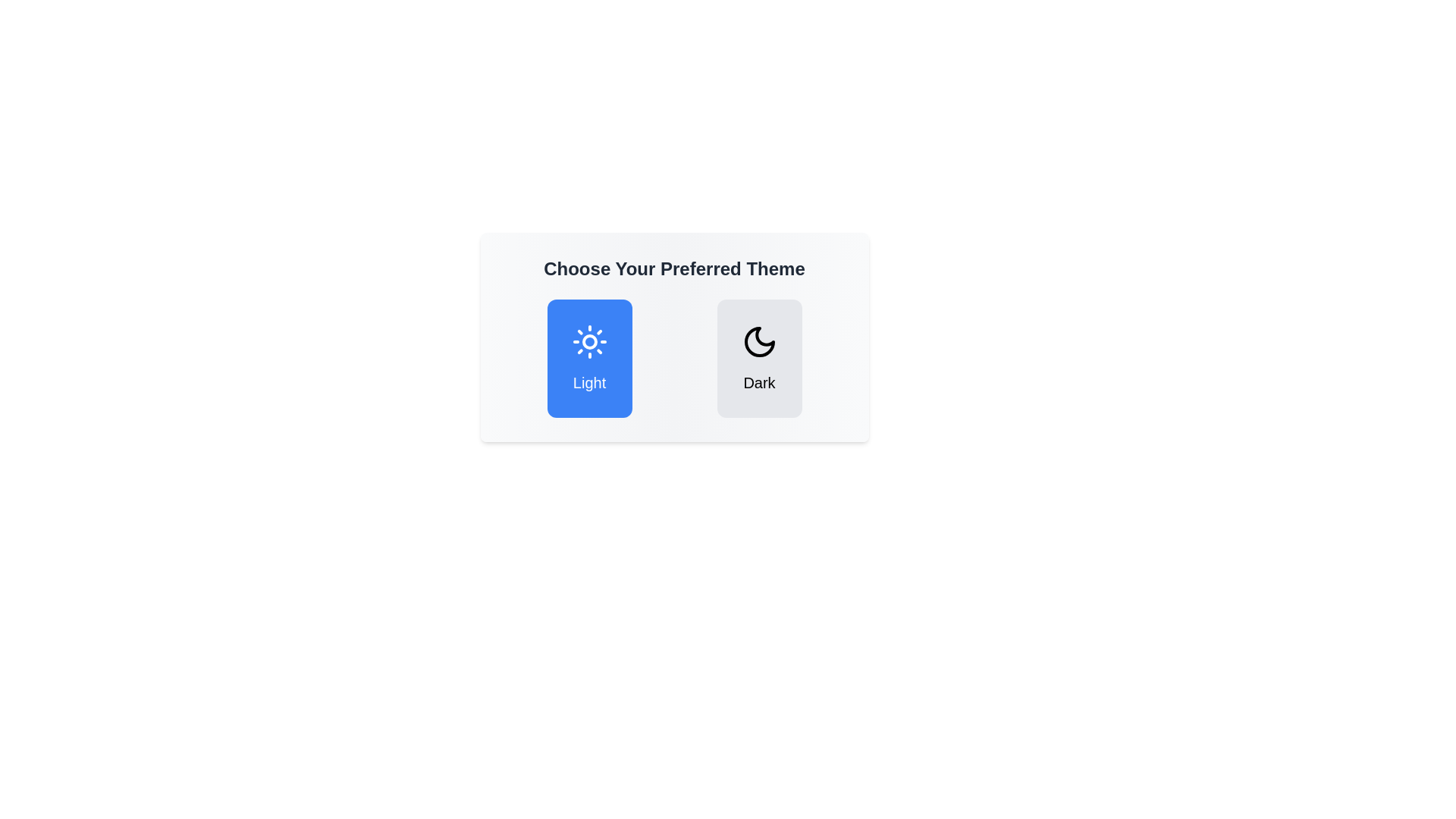  What do you see at coordinates (759, 359) in the screenshot?
I see `the 'Dark' button to select the Dark theme` at bounding box center [759, 359].